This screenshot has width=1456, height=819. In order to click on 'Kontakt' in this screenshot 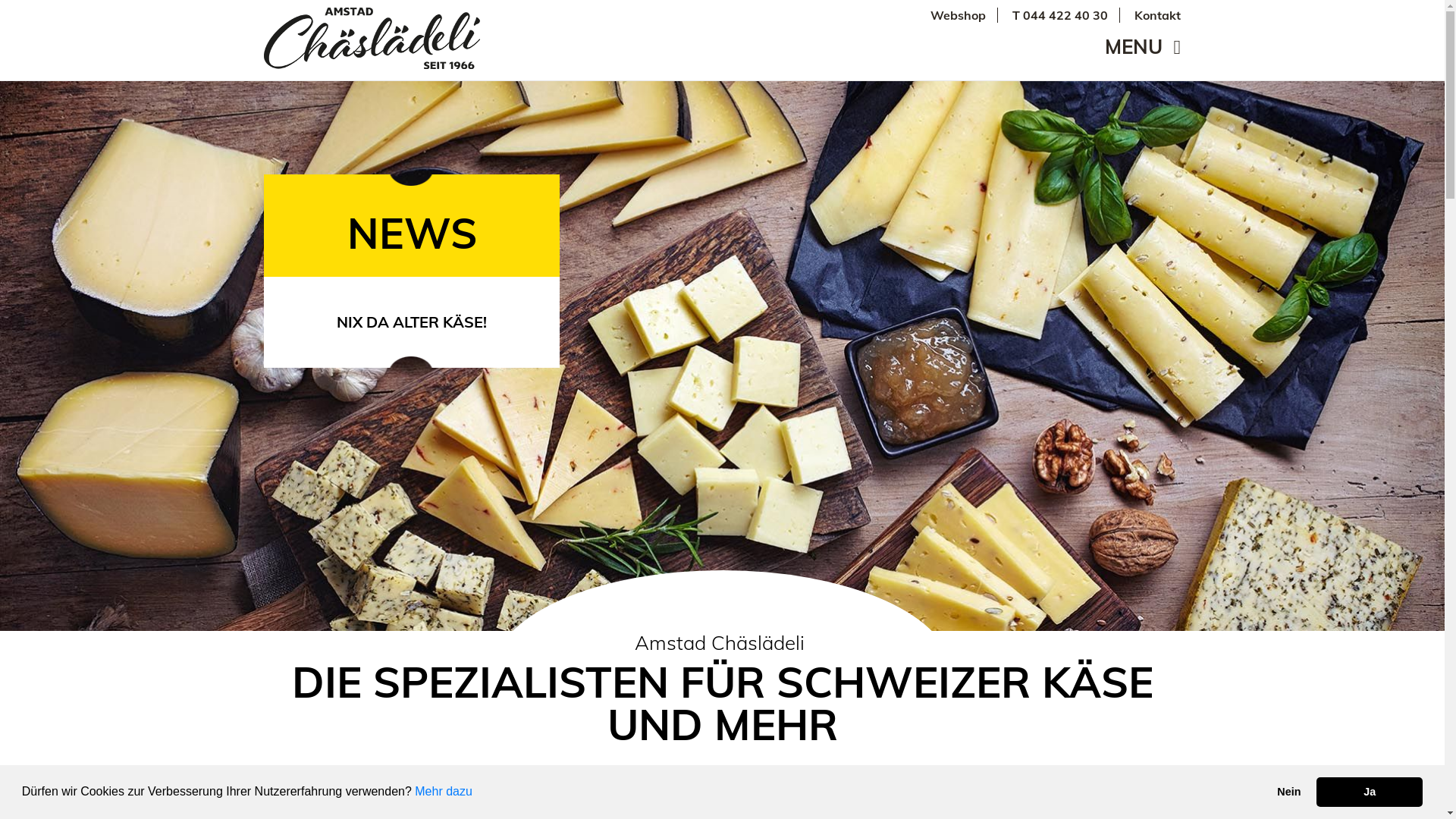, I will do `click(1156, 14)`.